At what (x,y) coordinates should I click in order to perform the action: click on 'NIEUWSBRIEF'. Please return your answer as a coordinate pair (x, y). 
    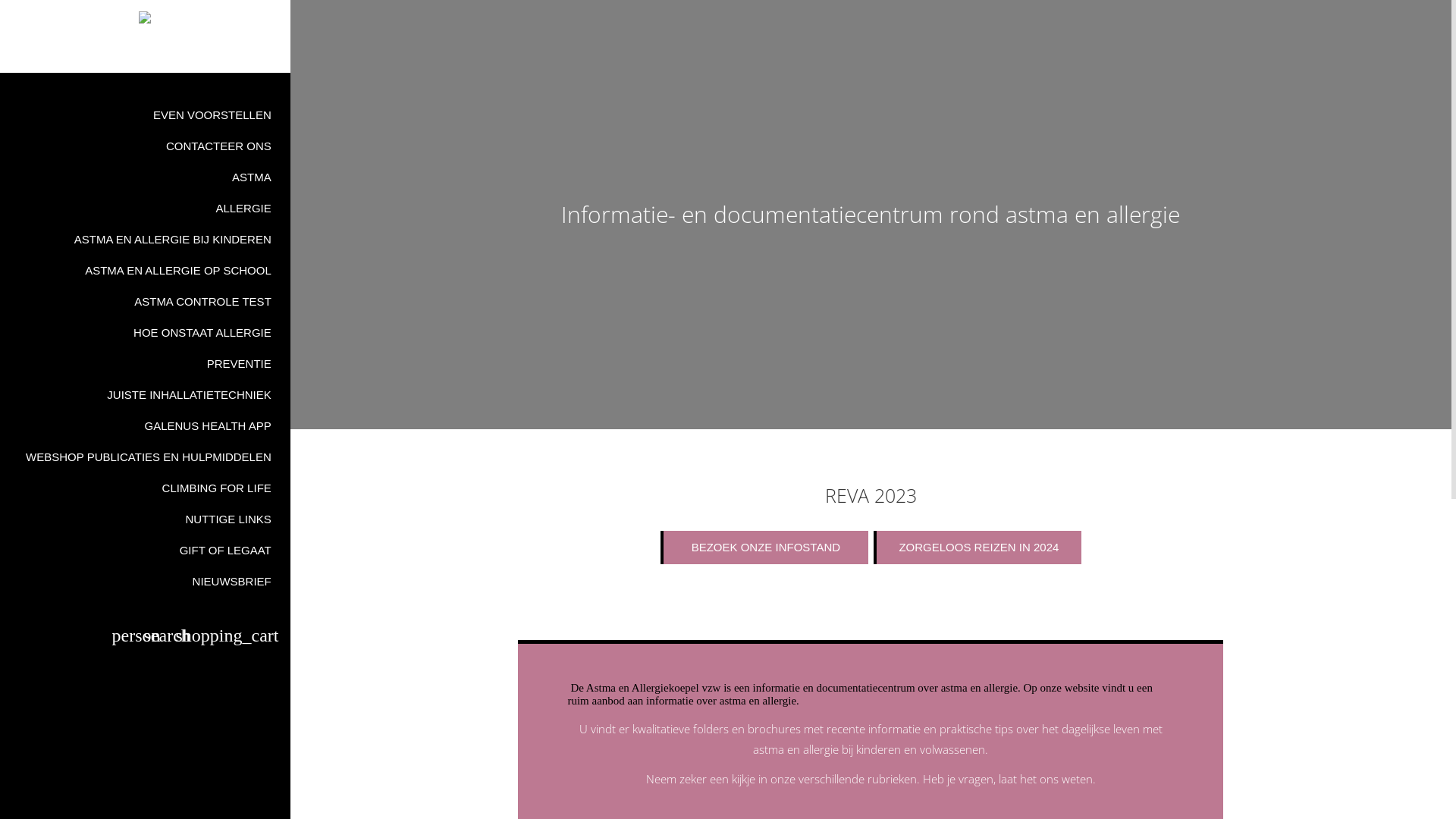
    Looking at the image, I should click on (145, 580).